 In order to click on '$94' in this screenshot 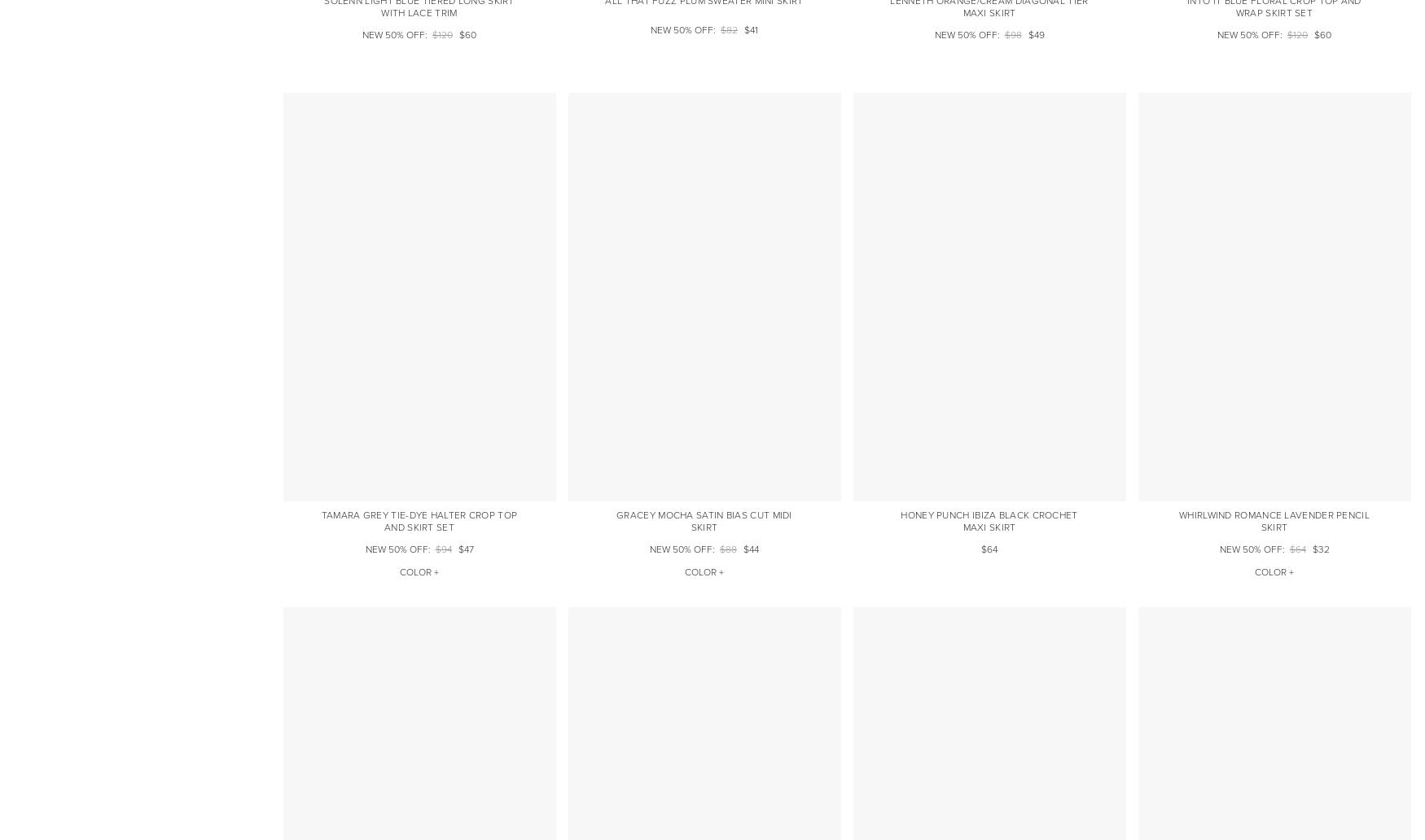, I will do `click(442, 549)`.